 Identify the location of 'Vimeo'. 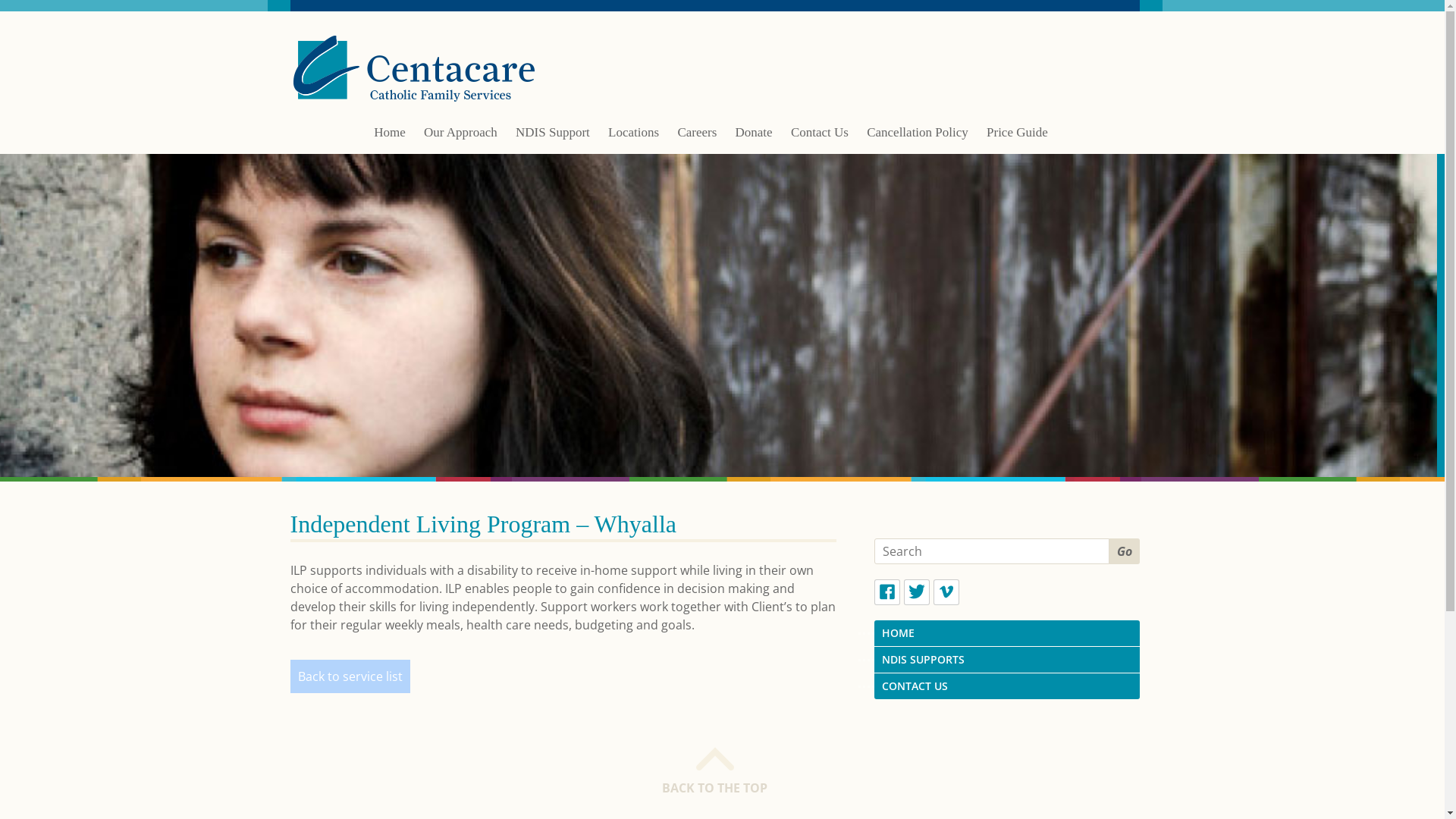
(931, 591).